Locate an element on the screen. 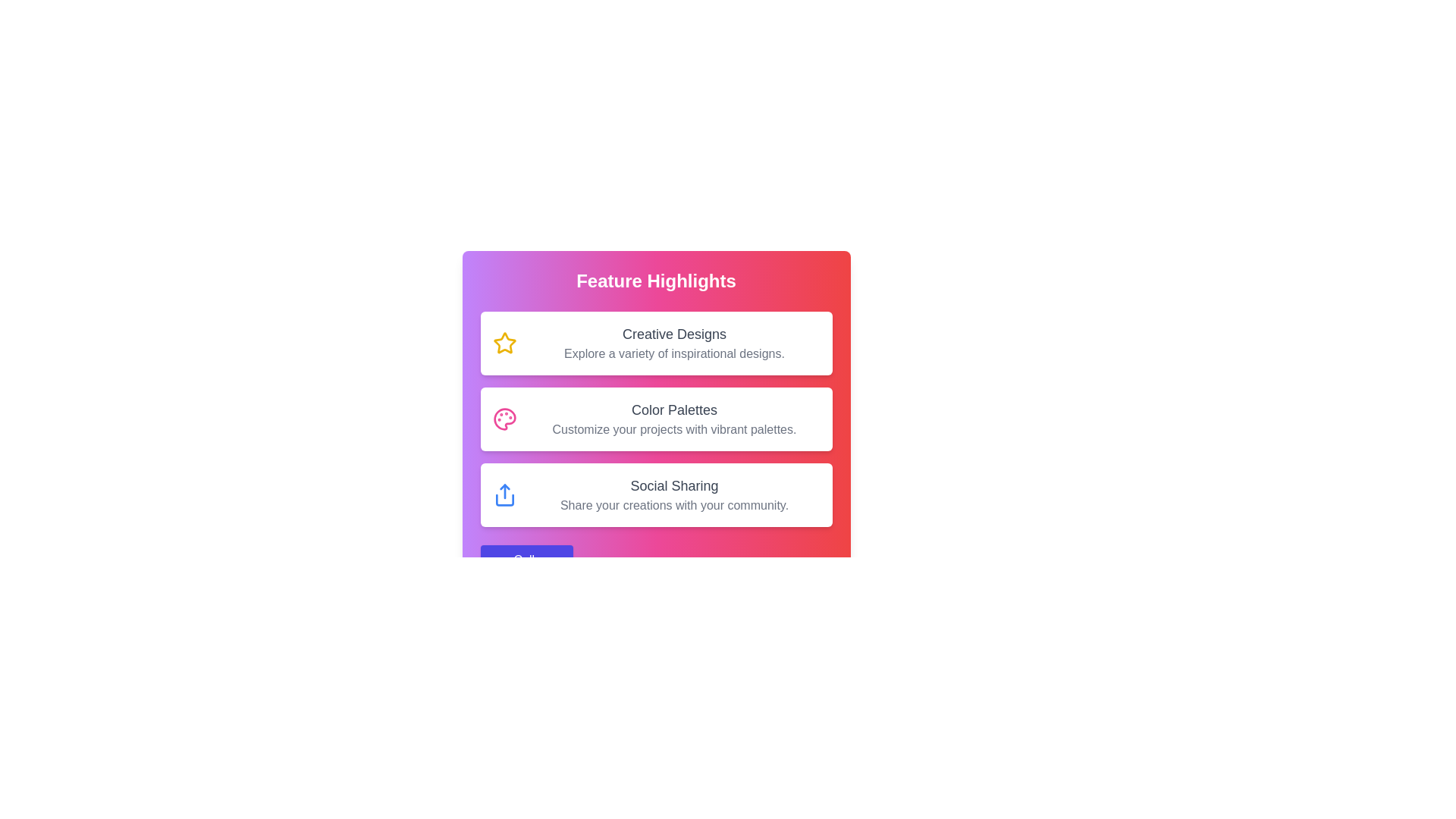  the 'Collapse' text element, which is displayed in white on a rounded rectangular purple button, located at the bottom of the interface, to the right of a chevron icon is located at coordinates (537, 560).